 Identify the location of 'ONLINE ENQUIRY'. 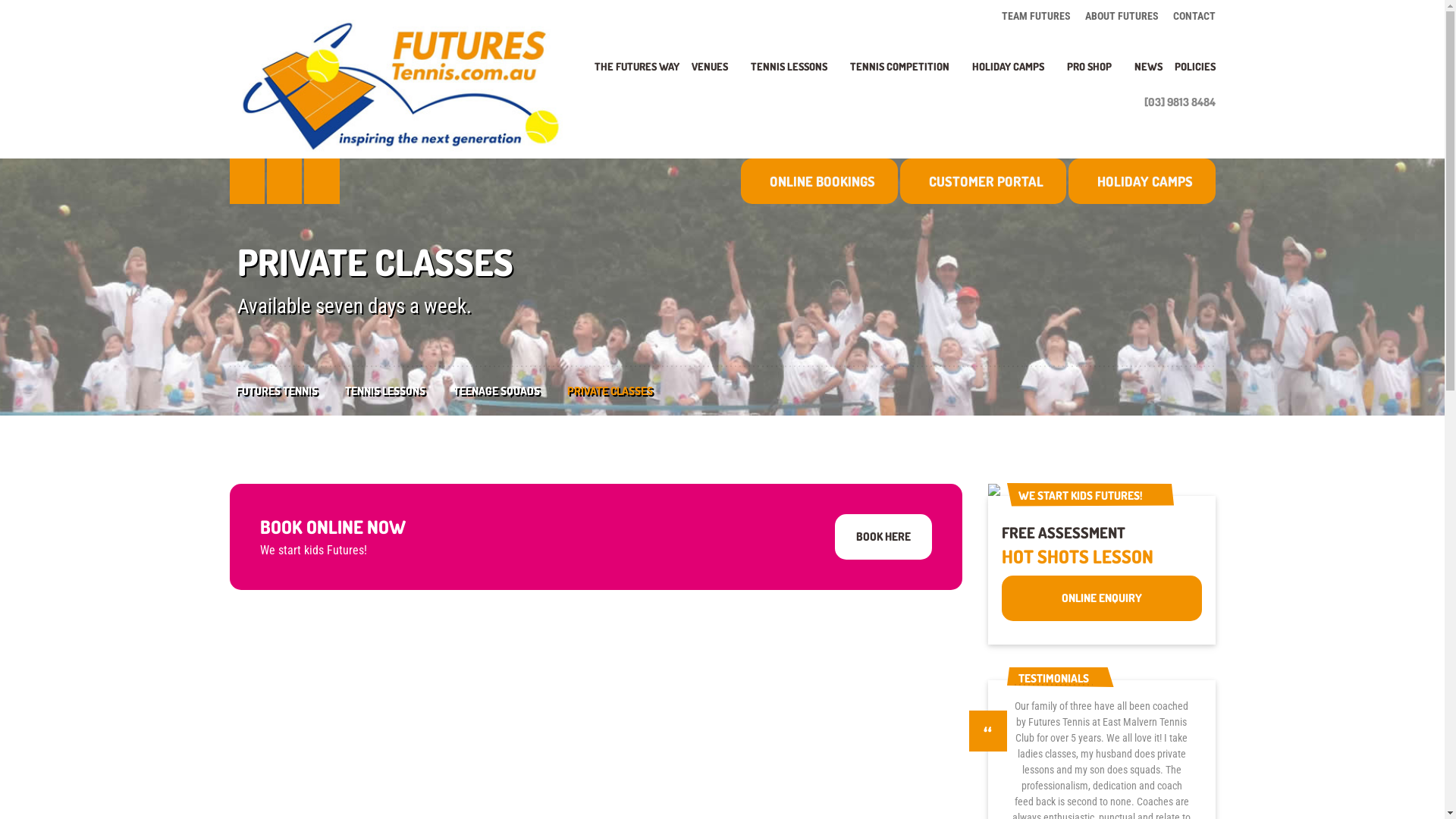
(1102, 598).